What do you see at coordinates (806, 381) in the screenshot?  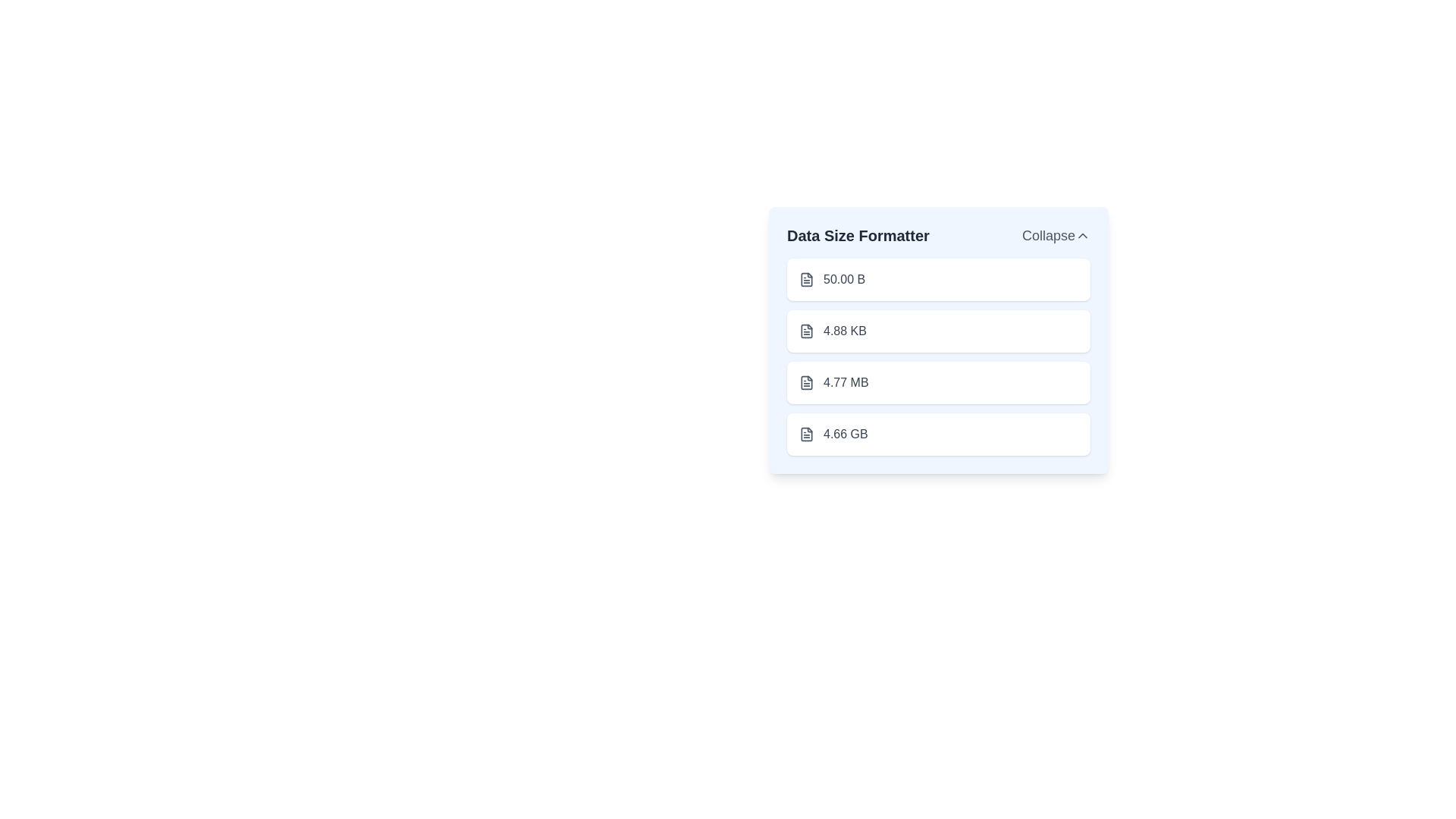 I see `the document icon with a folded corner, styled in gray, representing the third file in the list` at bounding box center [806, 381].